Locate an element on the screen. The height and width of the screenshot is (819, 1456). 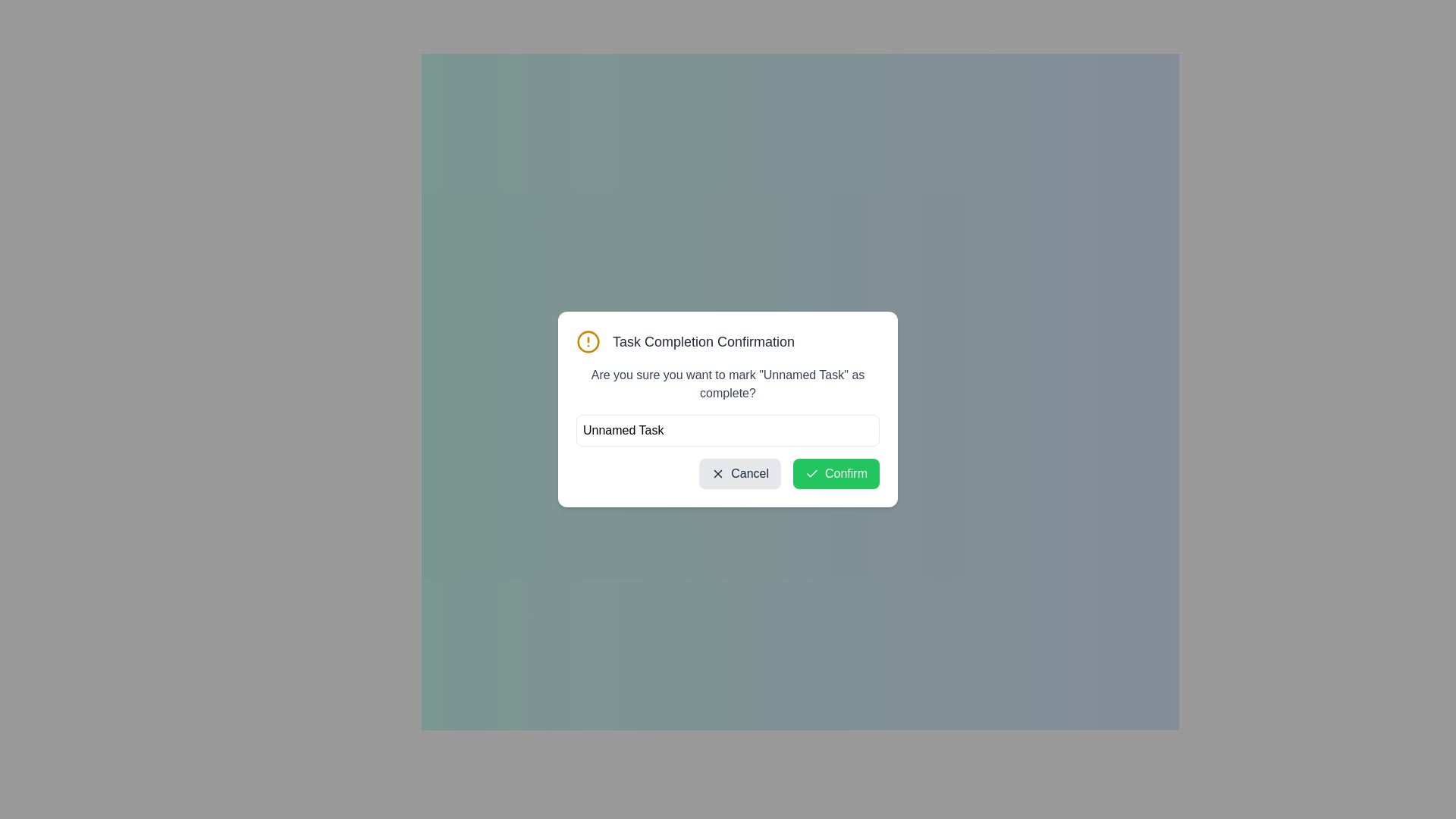
the 'Cancel' button located at the bottom right section of the 'Task Completion Confirmation' dialog box, directly below the 'Unnamed Task' input field is located at coordinates (728, 472).